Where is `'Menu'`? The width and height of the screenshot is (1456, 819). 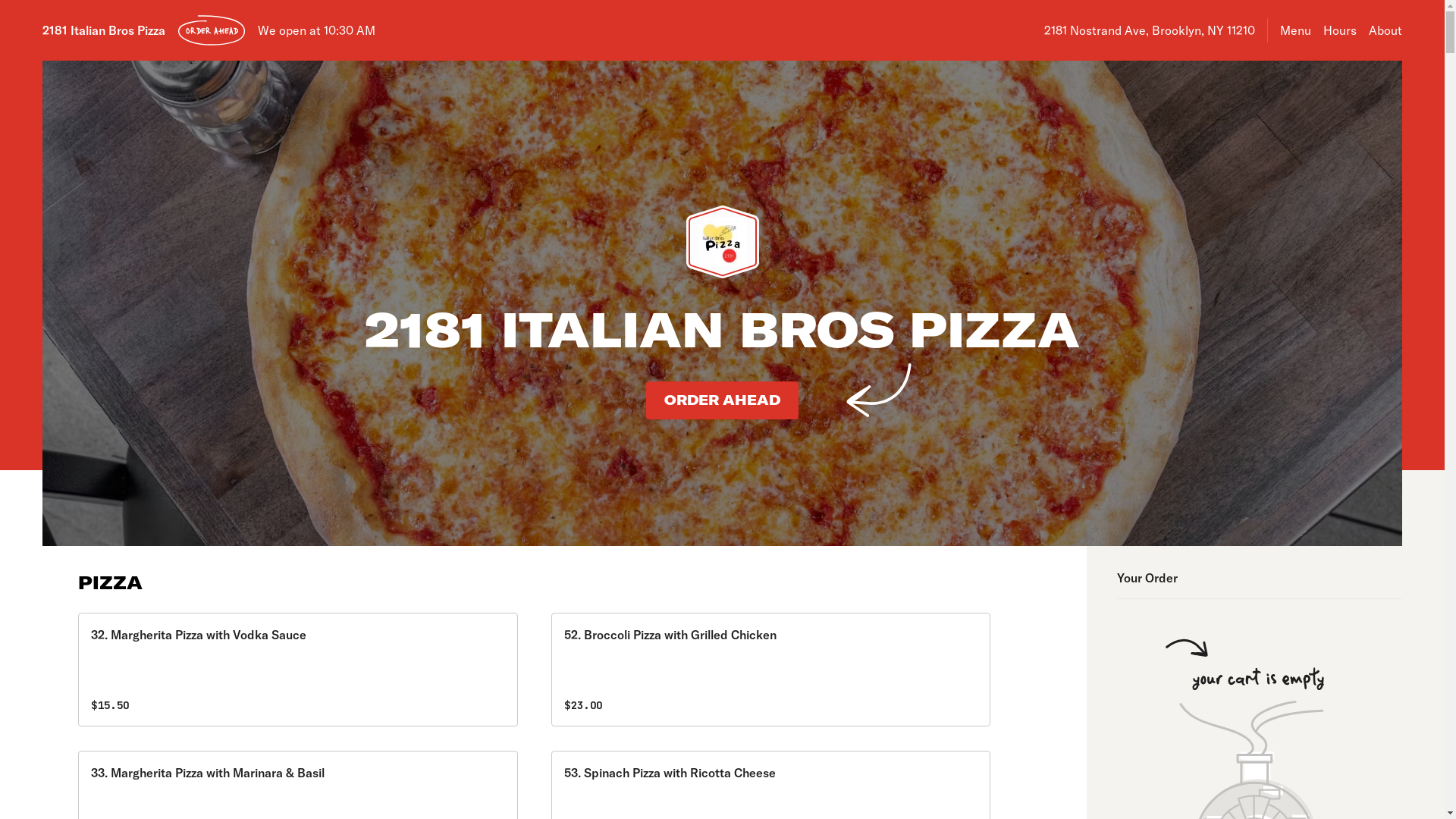
'Menu' is located at coordinates (1294, 30).